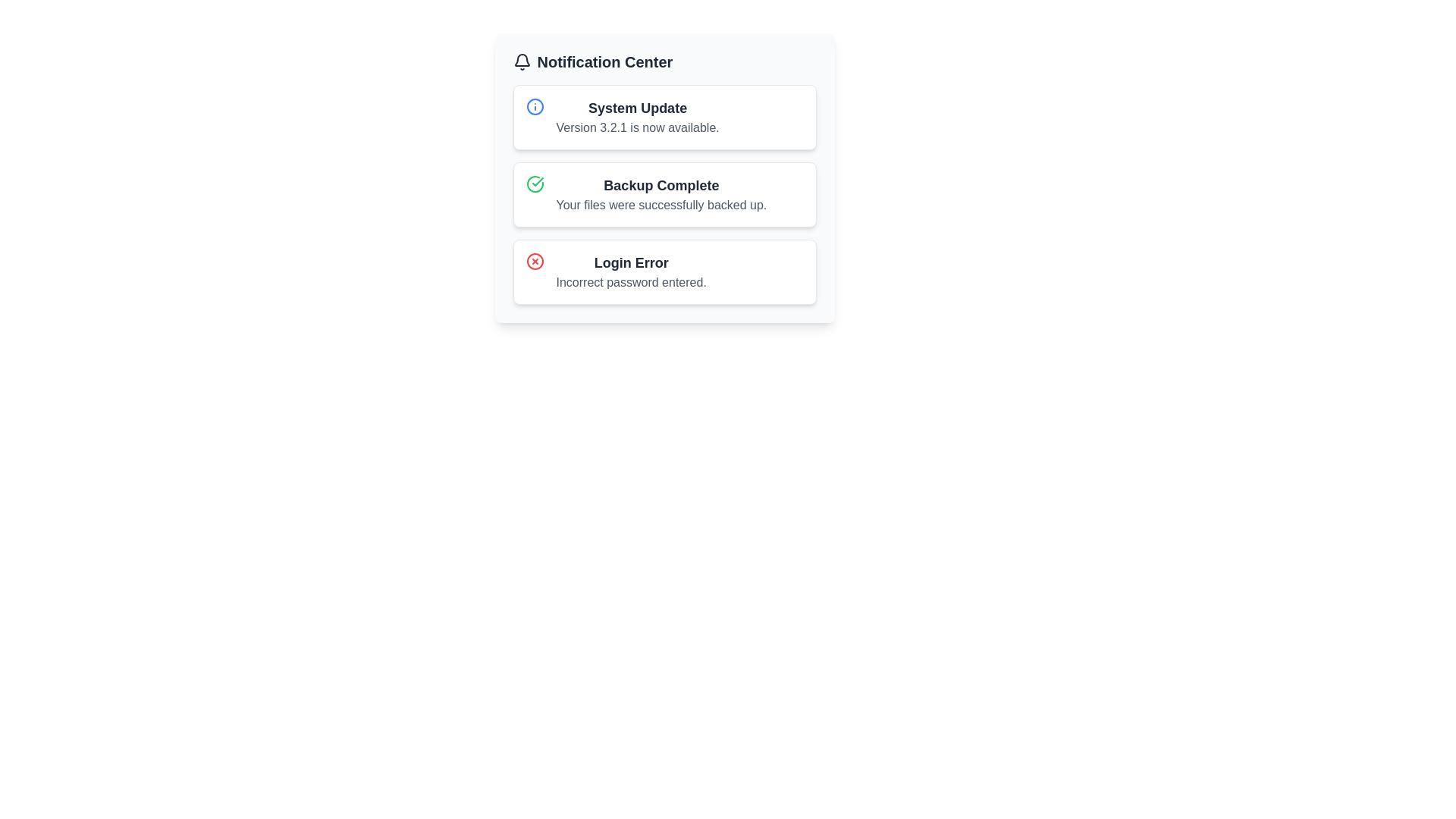 The image size is (1456, 819). I want to click on the text element providing additional details regarding the 'System Update' notification, located directly below the 'System Update' title in the notification panel, so click(638, 127).